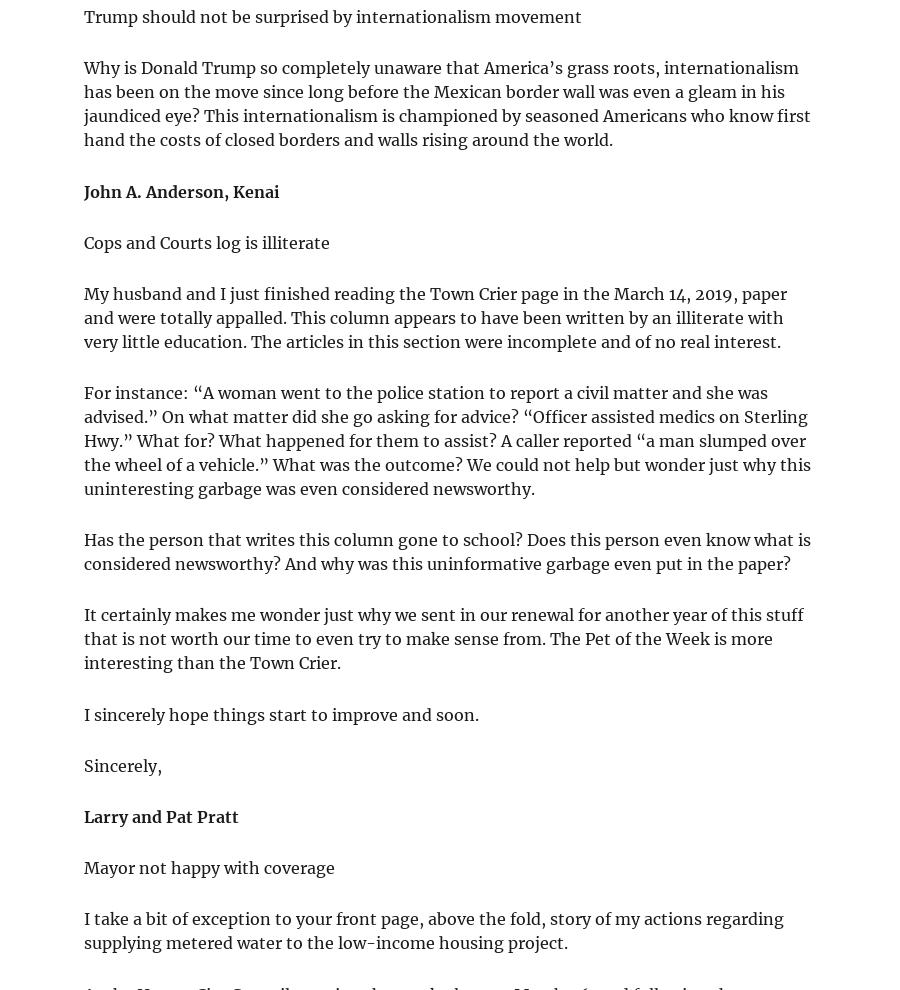 This screenshot has width=900, height=990. What do you see at coordinates (280, 712) in the screenshot?
I see `'I sincerely hope things start to improve and soon.'` at bounding box center [280, 712].